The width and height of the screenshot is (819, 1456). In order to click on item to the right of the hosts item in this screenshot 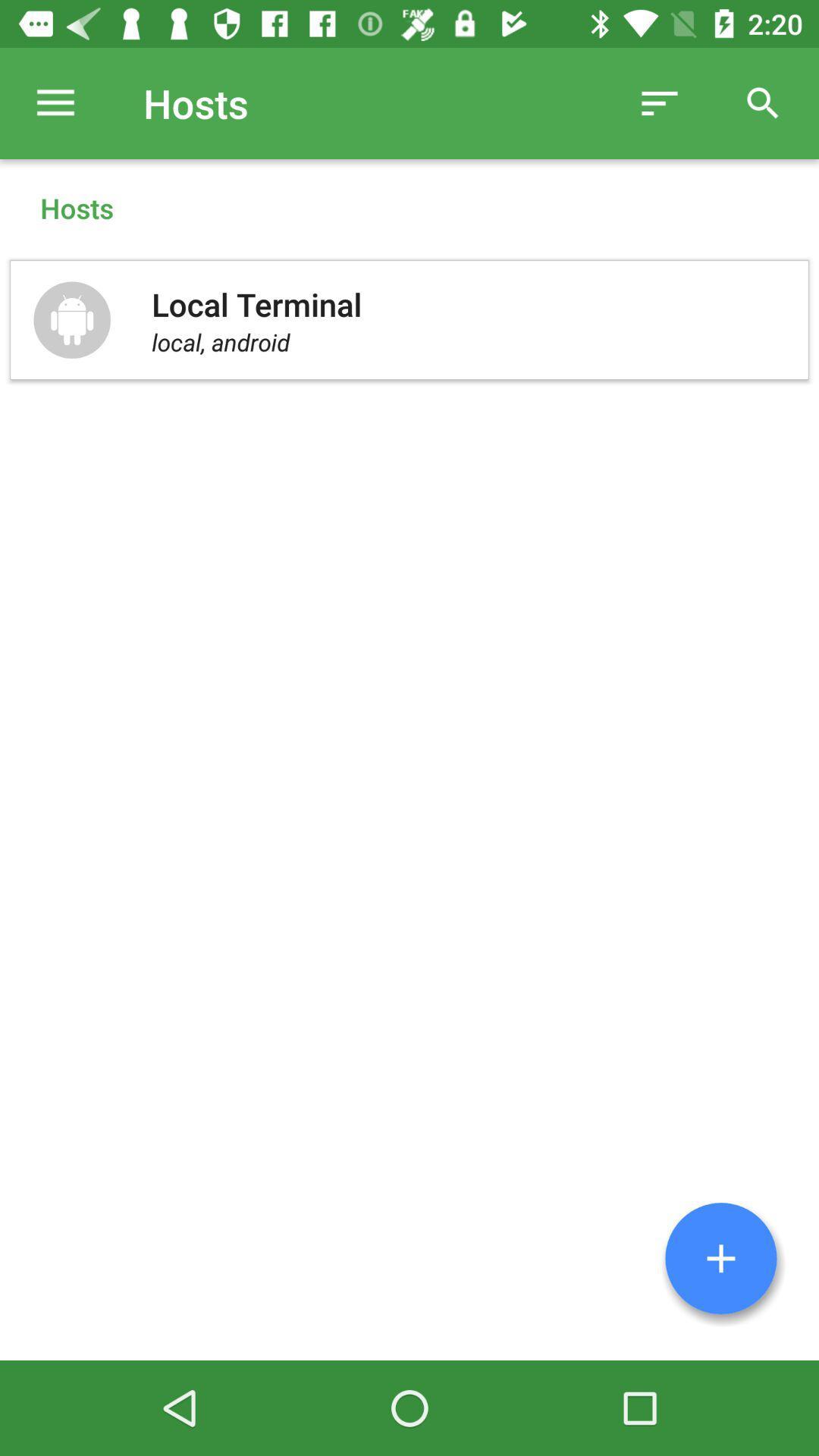, I will do `click(659, 102)`.